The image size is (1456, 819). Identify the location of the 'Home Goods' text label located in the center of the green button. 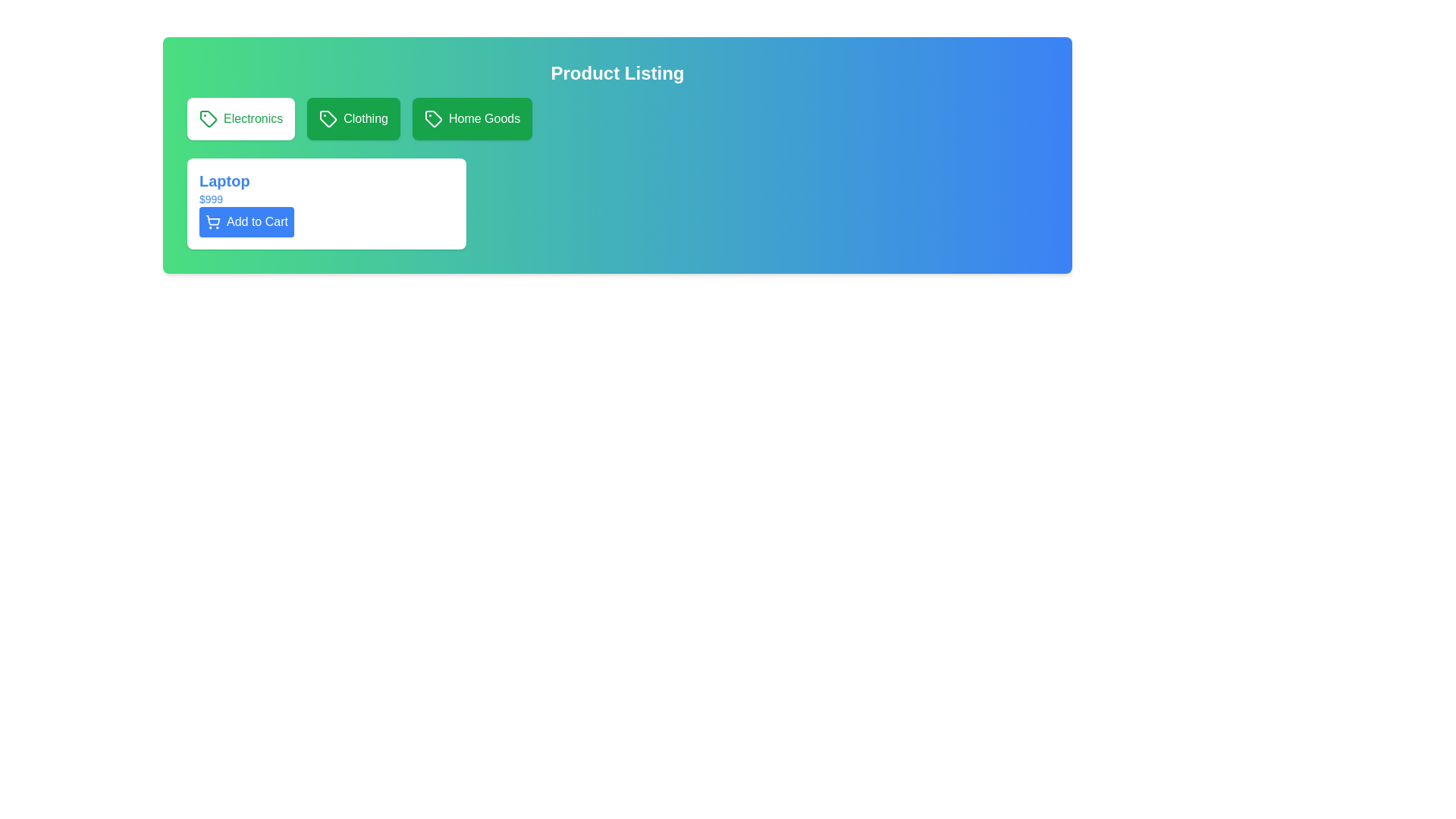
(484, 118).